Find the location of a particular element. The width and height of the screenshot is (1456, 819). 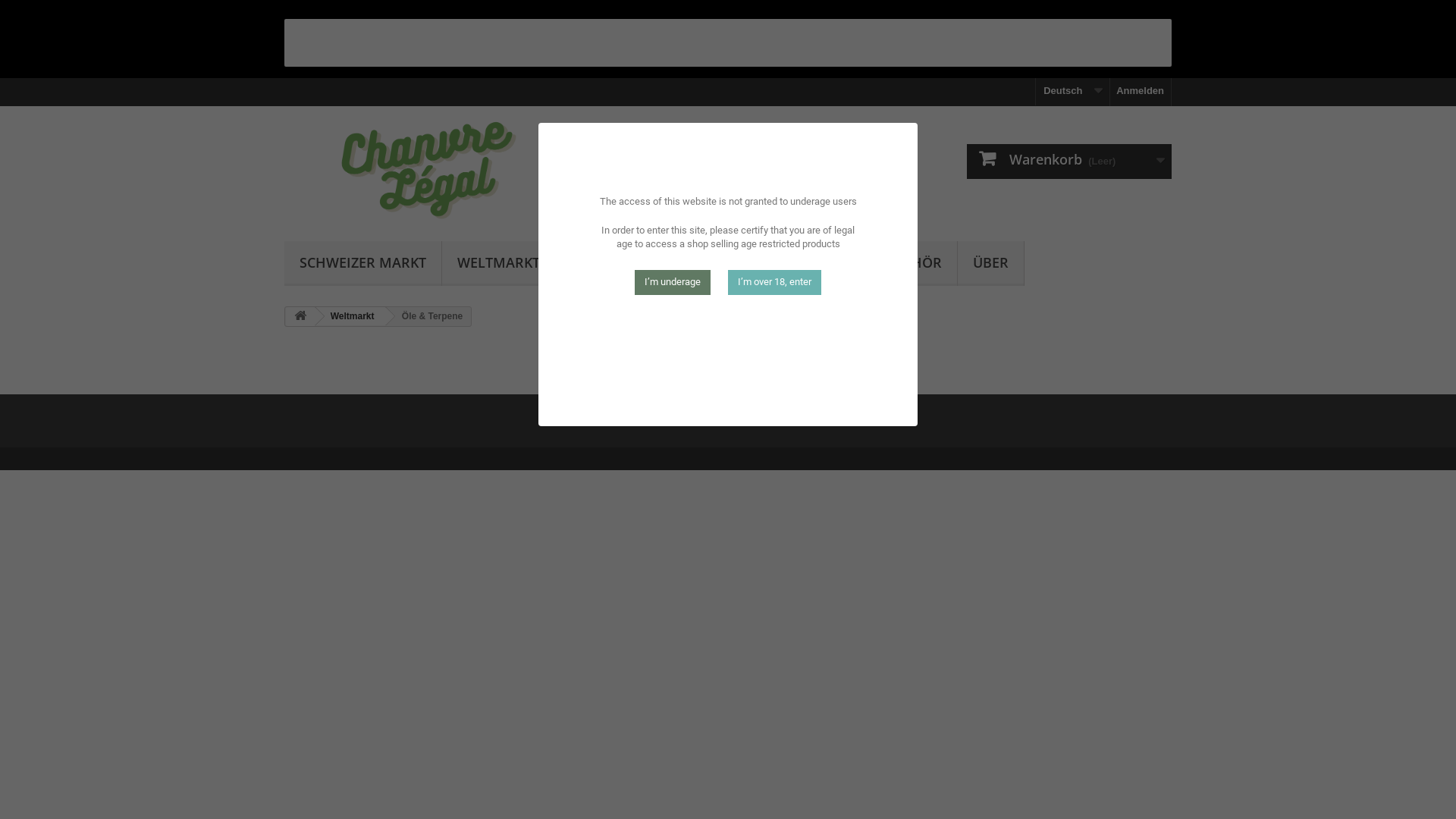

'Weltmarkt' is located at coordinates (312, 315).